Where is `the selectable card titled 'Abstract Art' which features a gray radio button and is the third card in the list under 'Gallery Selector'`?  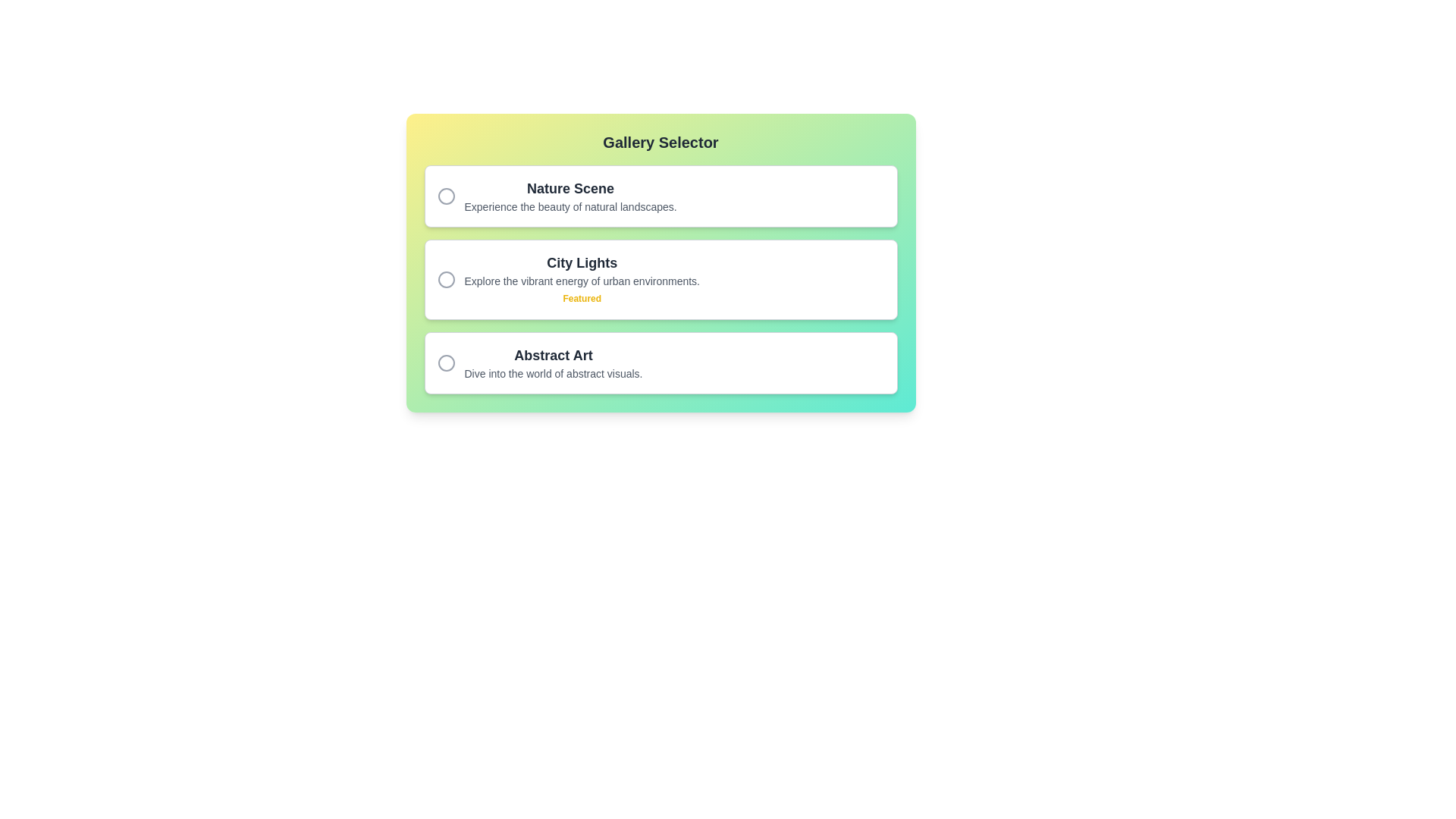 the selectable card titled 'Abstract Art' which features a gray radio button and is the third card in the list under 'Gallery Selector' is located at coordinates (661, 362).